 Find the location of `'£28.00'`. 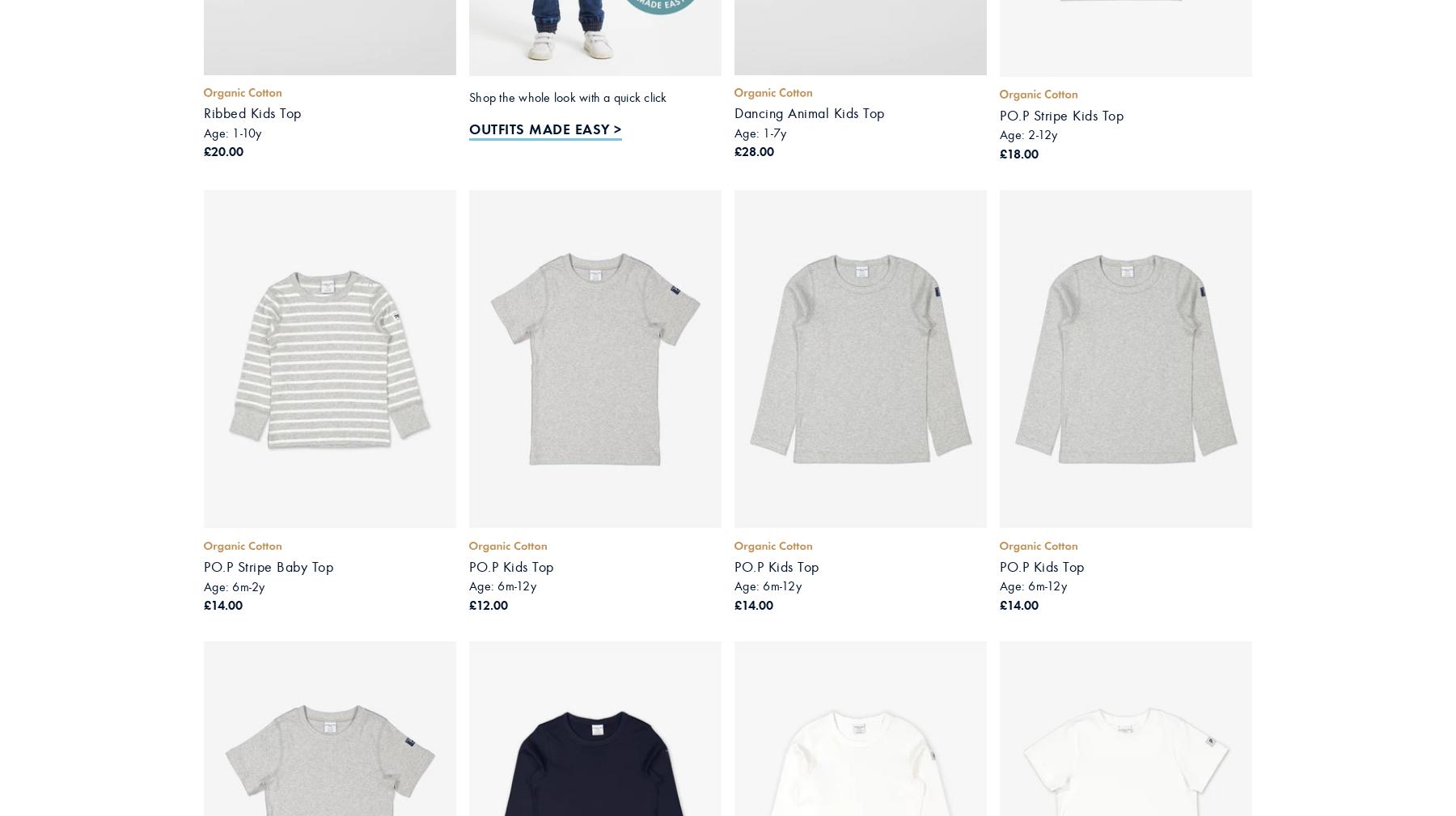

'£28.00' is located at coordinates (733, 150).